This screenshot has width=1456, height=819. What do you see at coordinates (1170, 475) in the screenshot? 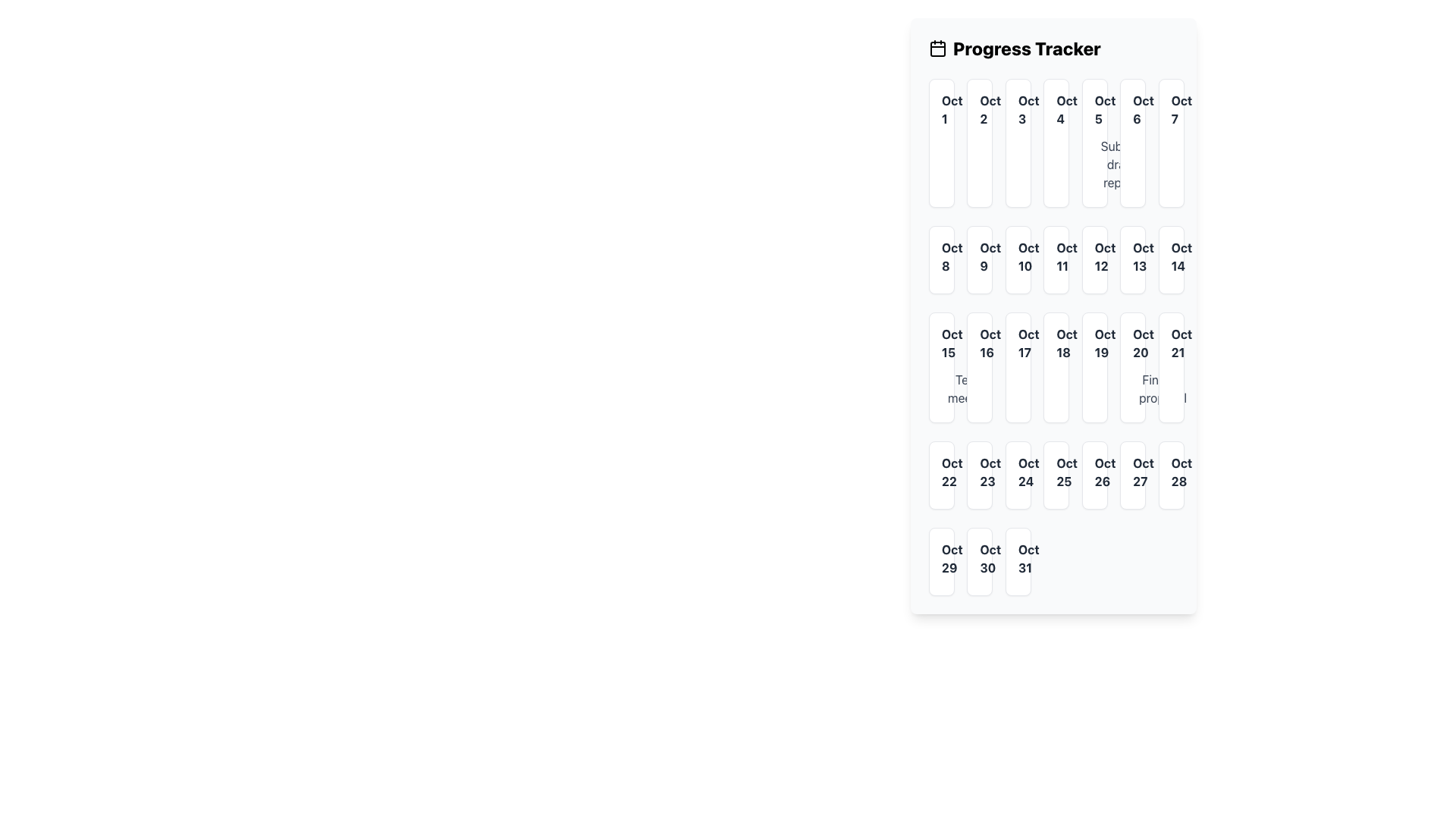
I see `details related to the calendar date represented by the static text box displaying 'Oct 28', located in the seventh column and fifth row of the calendar grid` at bounding box center [1170, 475].